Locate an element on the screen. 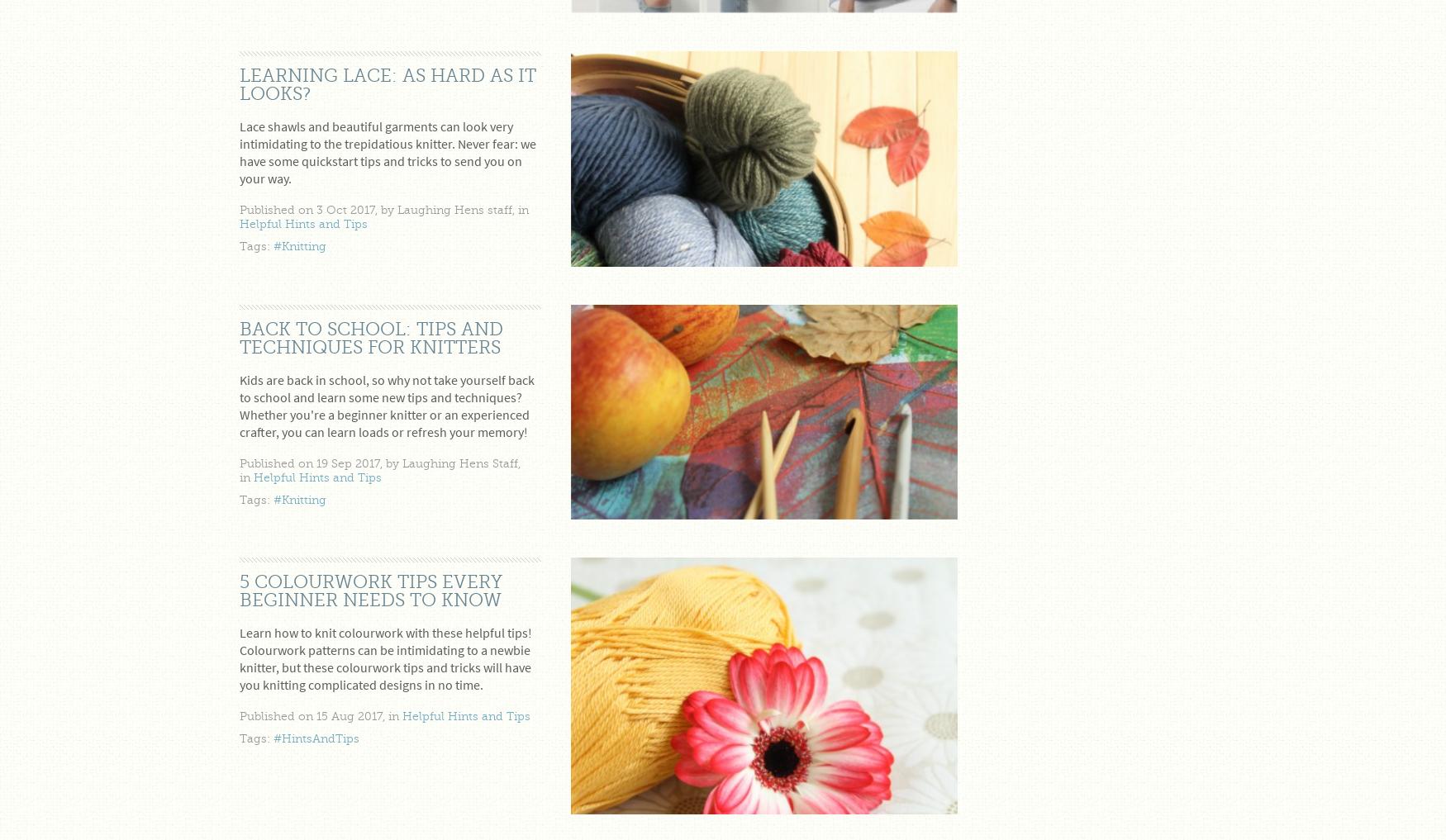 This screenshot has width=1446, height=840. 'Published on 3 Oct 2017, by Laughing Hens staff, in' is located at coordinates (383, 209).